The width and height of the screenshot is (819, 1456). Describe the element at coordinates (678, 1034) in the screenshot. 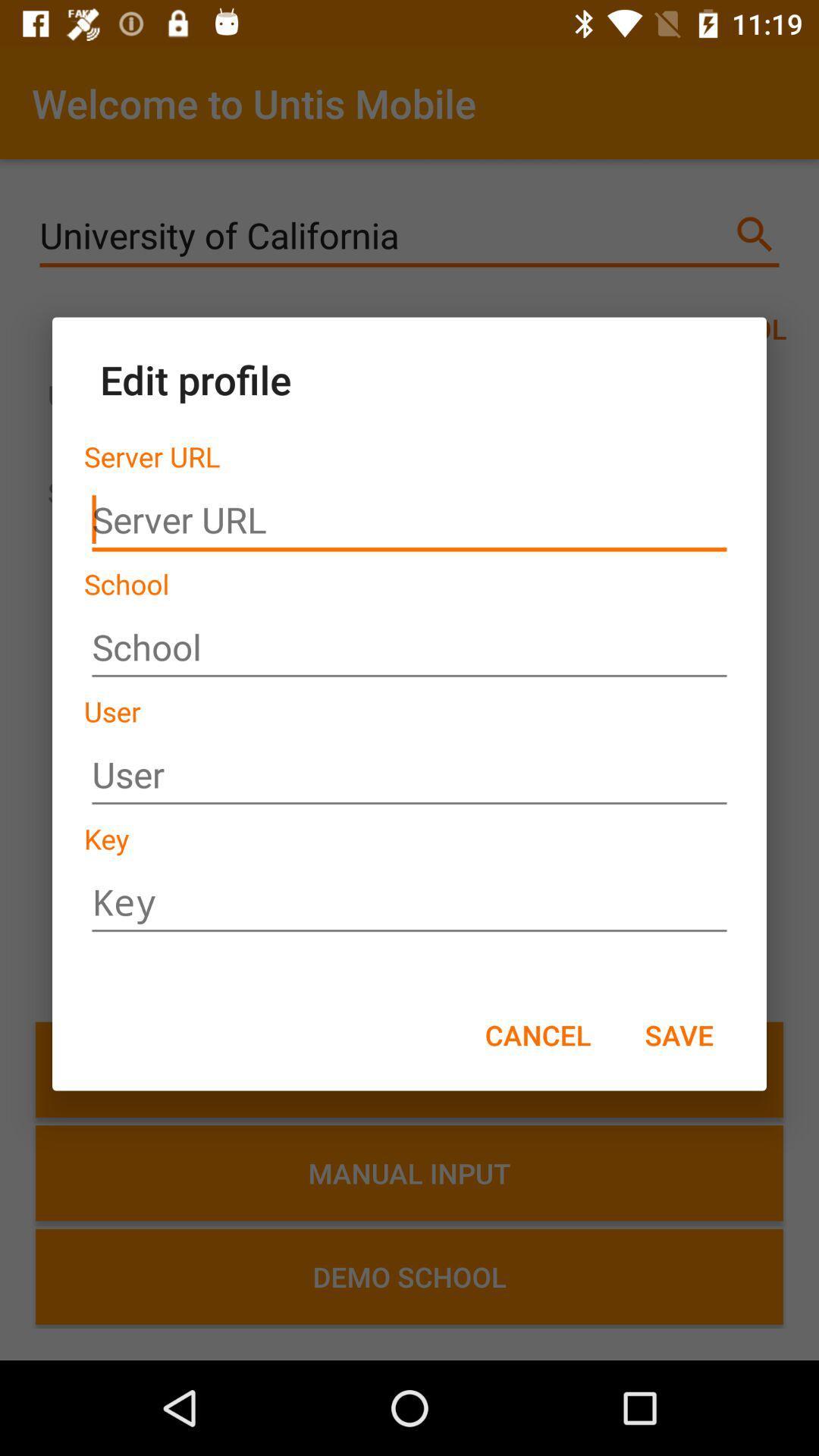

I see `the icon at the bottom right corner` at that location.